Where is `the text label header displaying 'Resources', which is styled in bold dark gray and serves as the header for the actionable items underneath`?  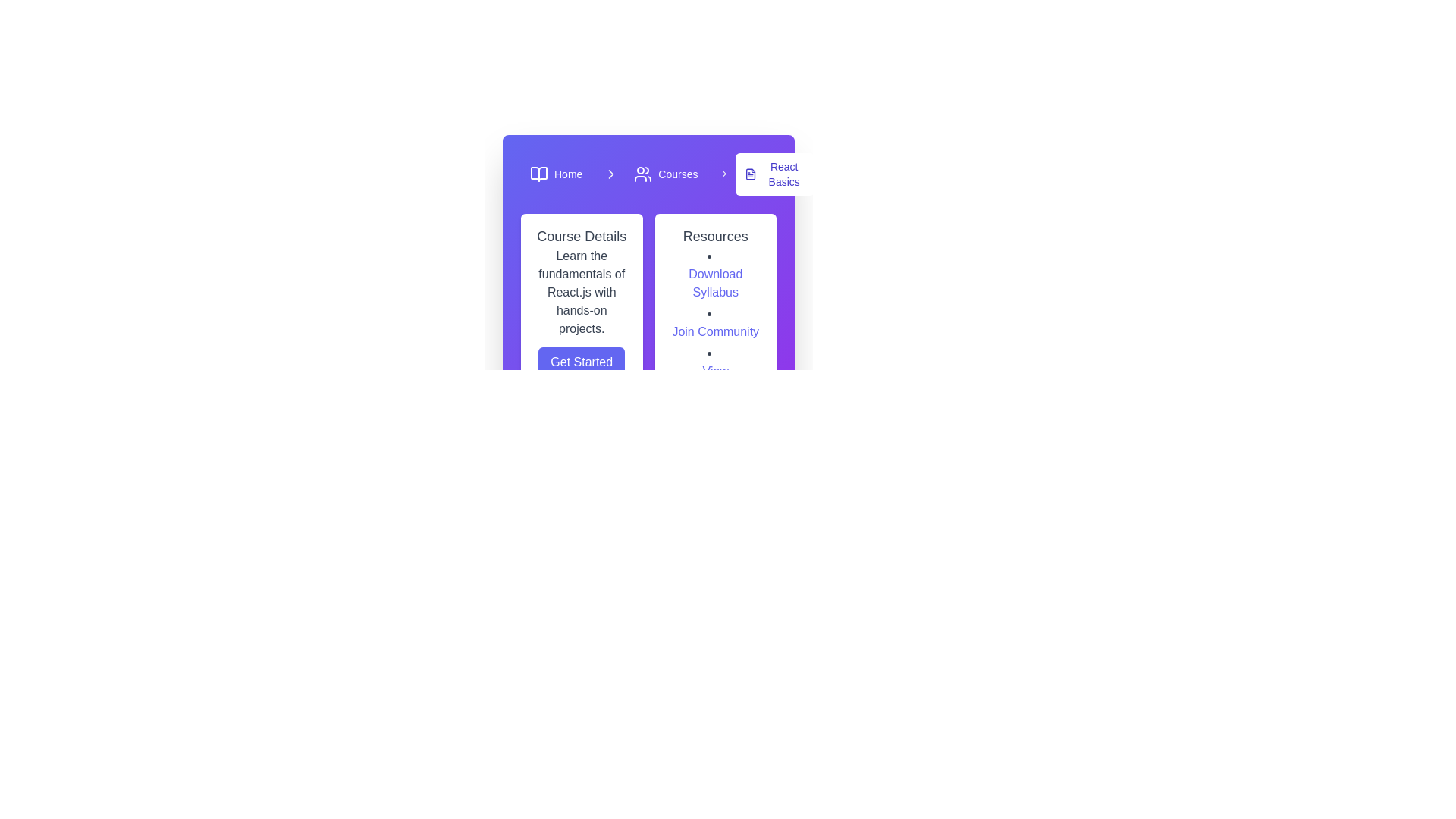 the text label header displaying 'Resources', which is styled in bold dark gray and serves as the header for the actionable items underneath is located at coordinates (714, 237).